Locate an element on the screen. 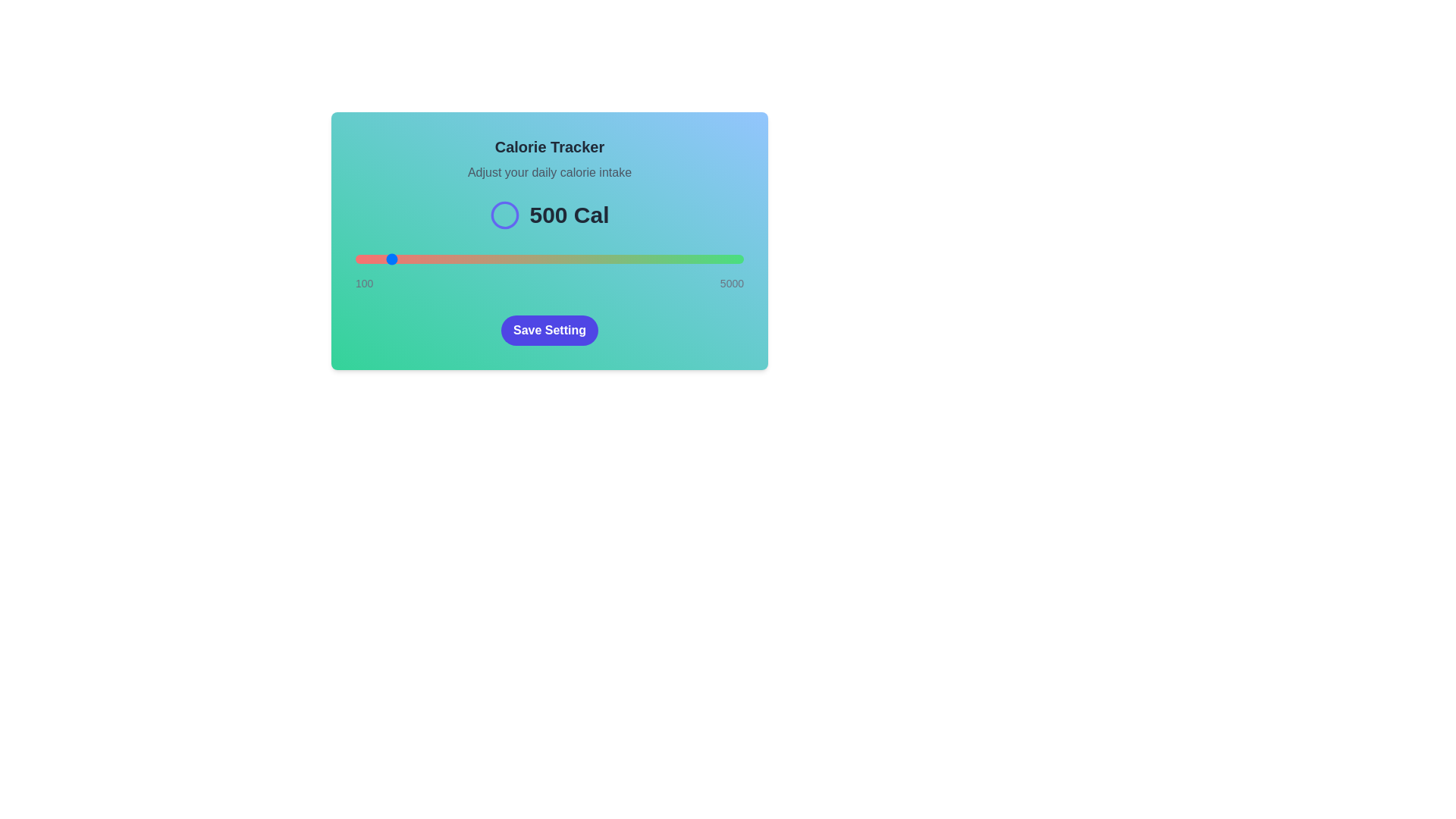 Image resolution: width=1456 pixels, height=819 pixels. the calorie intake slider to 1596 calories is located at coordinates (473, 259).